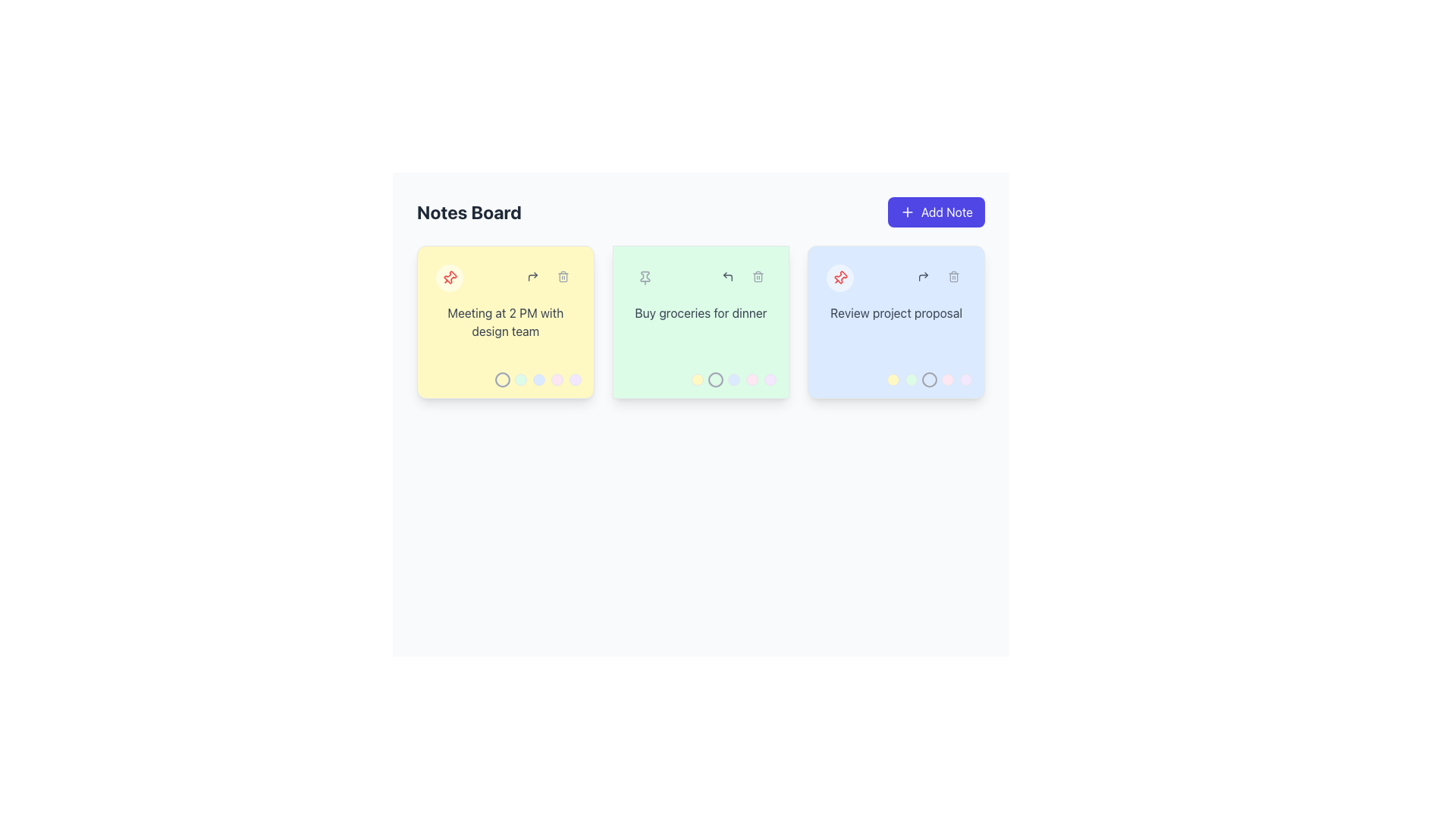 This screenshot has width=1456, height=819. I want to click on the pin icon located in the top-left corner of the yellow note card titled 'Meeting at 2 PM with design team' to pin the note for easy access, so click(449, 278).